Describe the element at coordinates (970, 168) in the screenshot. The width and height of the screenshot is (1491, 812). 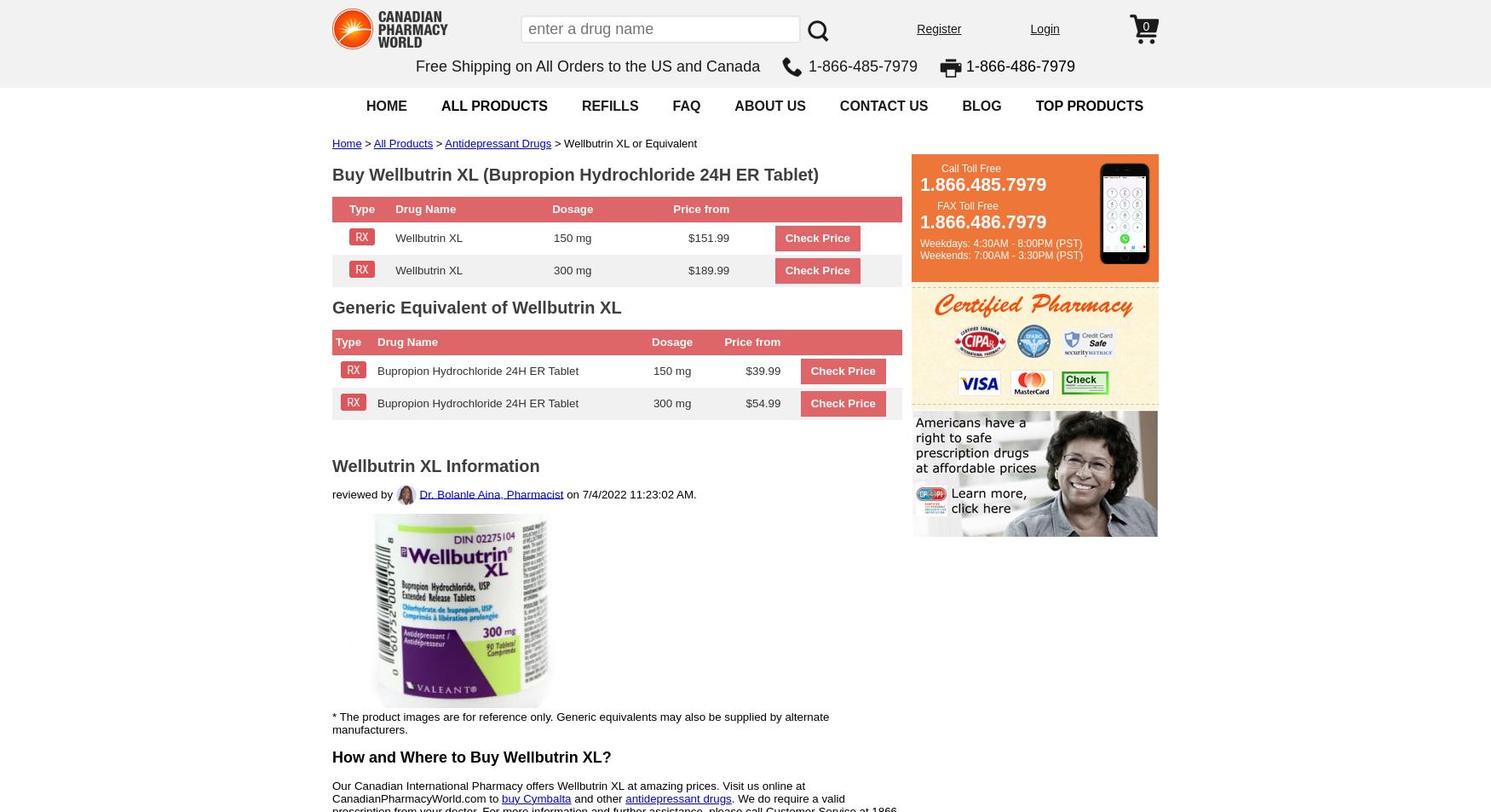
I see `'Call Toll Free'` at that location.